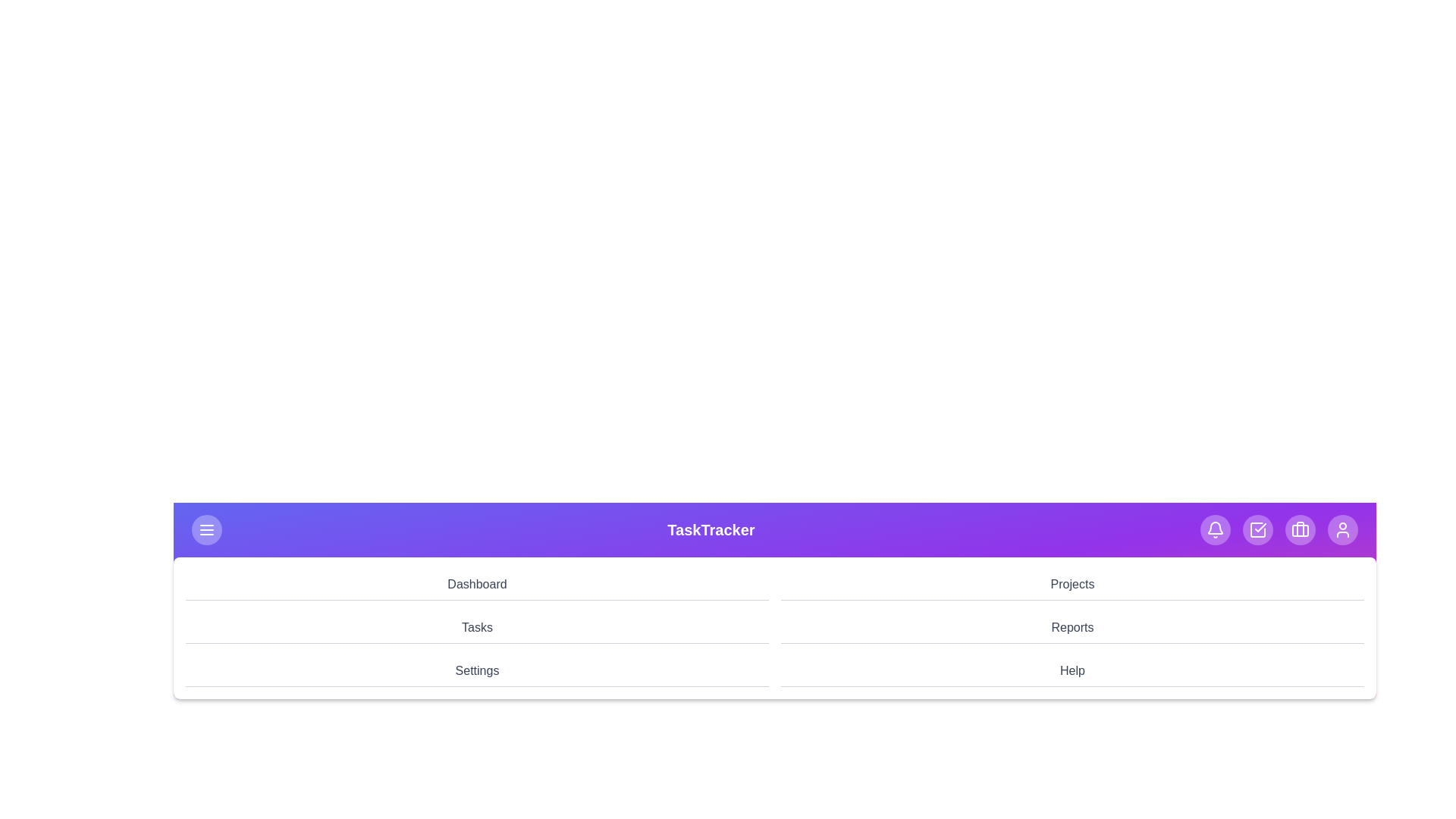 The width and height of the screenshot is (1456, 819). What do you see at coordinates (1072, 670) in the screenshot?
I see `the navigation menu item Help` at bounding box center [1072, 670].